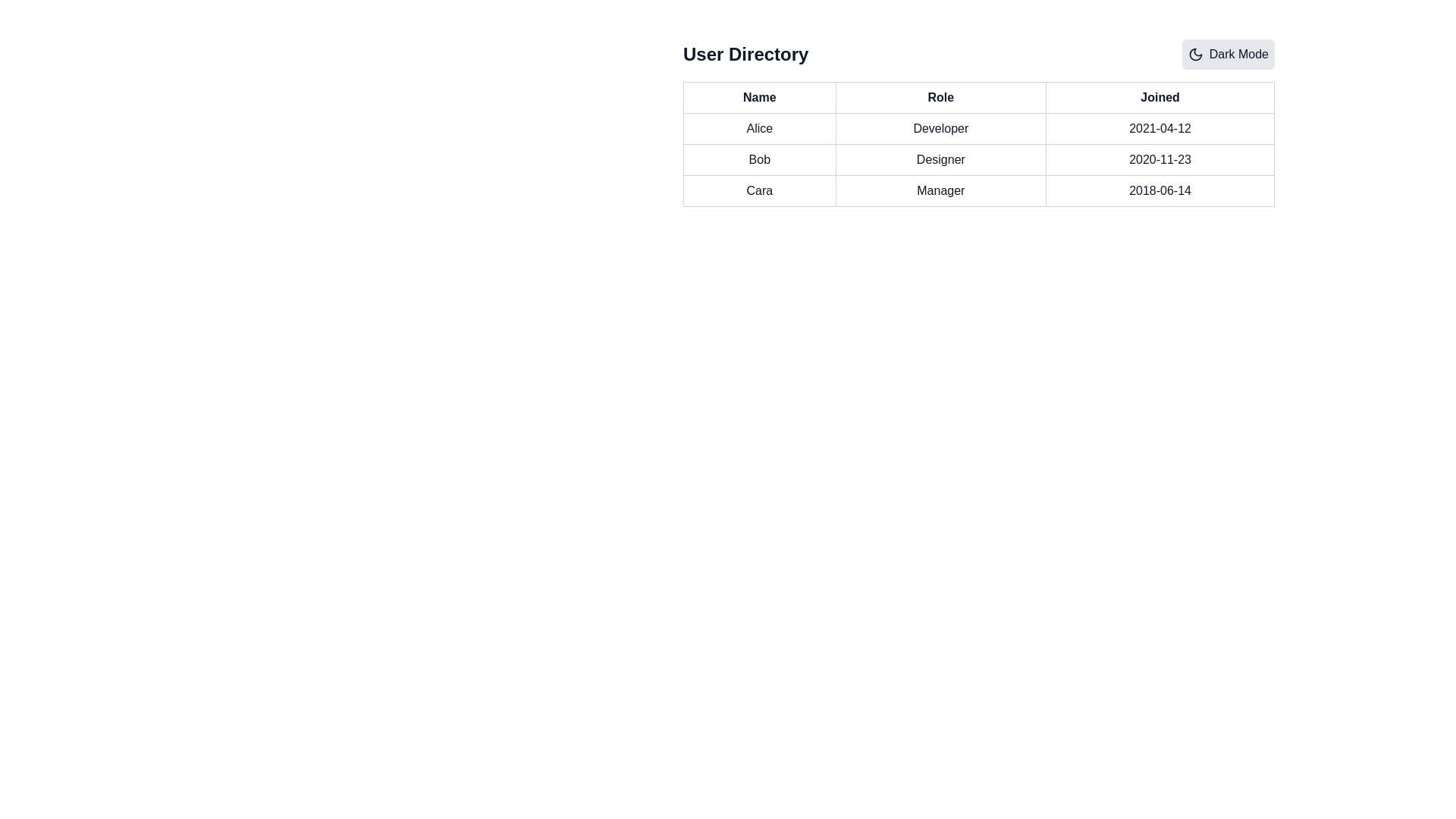  Describe the element at coordinates (1159, 127) in the screenshot. I see `the text display showing the date '2021-04-12' for the user 'Alice' in the role 'Developer', located in the third and rightmost column of the table` at that location.